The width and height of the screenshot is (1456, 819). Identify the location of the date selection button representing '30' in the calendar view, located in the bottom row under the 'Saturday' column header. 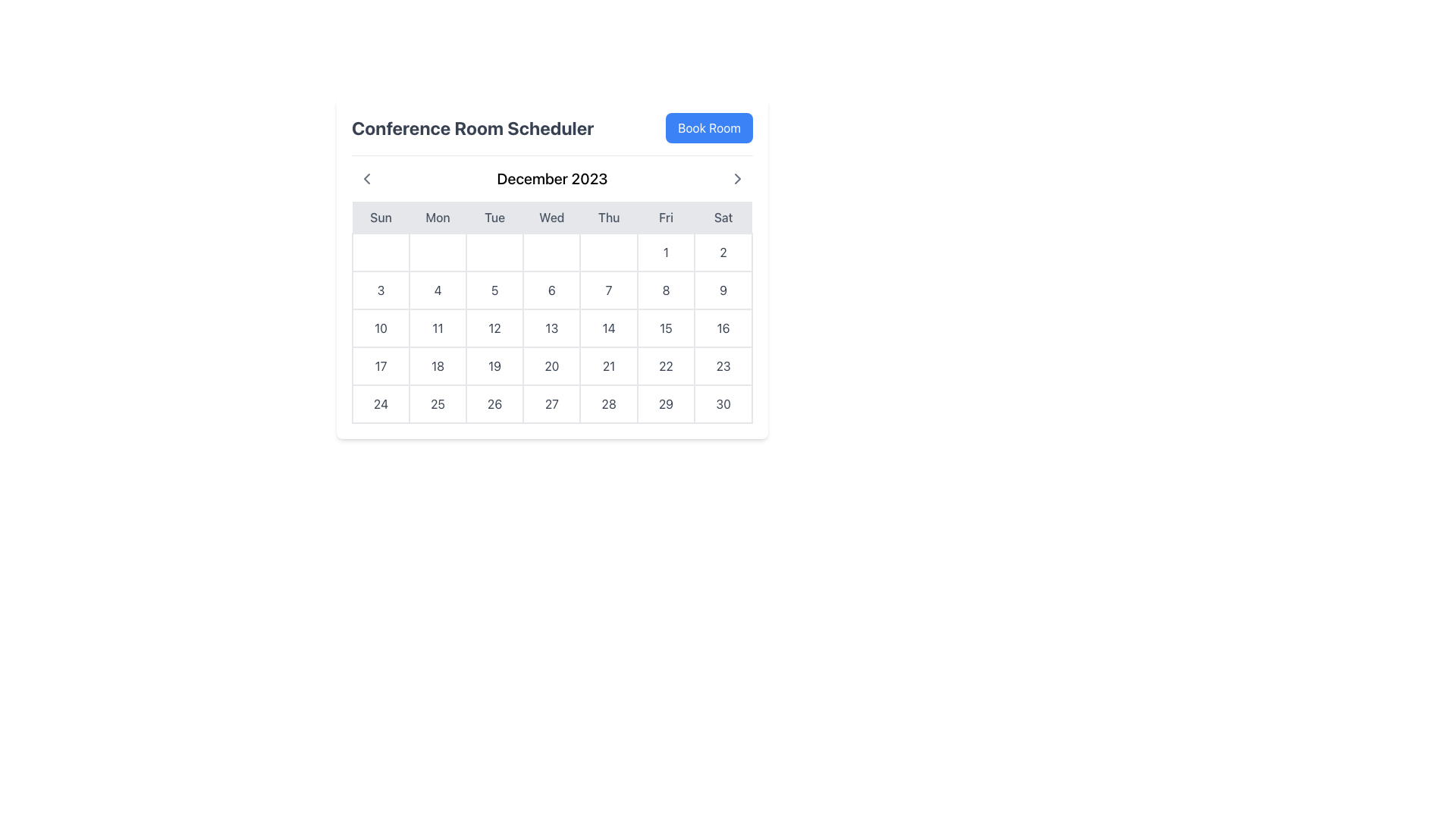
(723, 403).